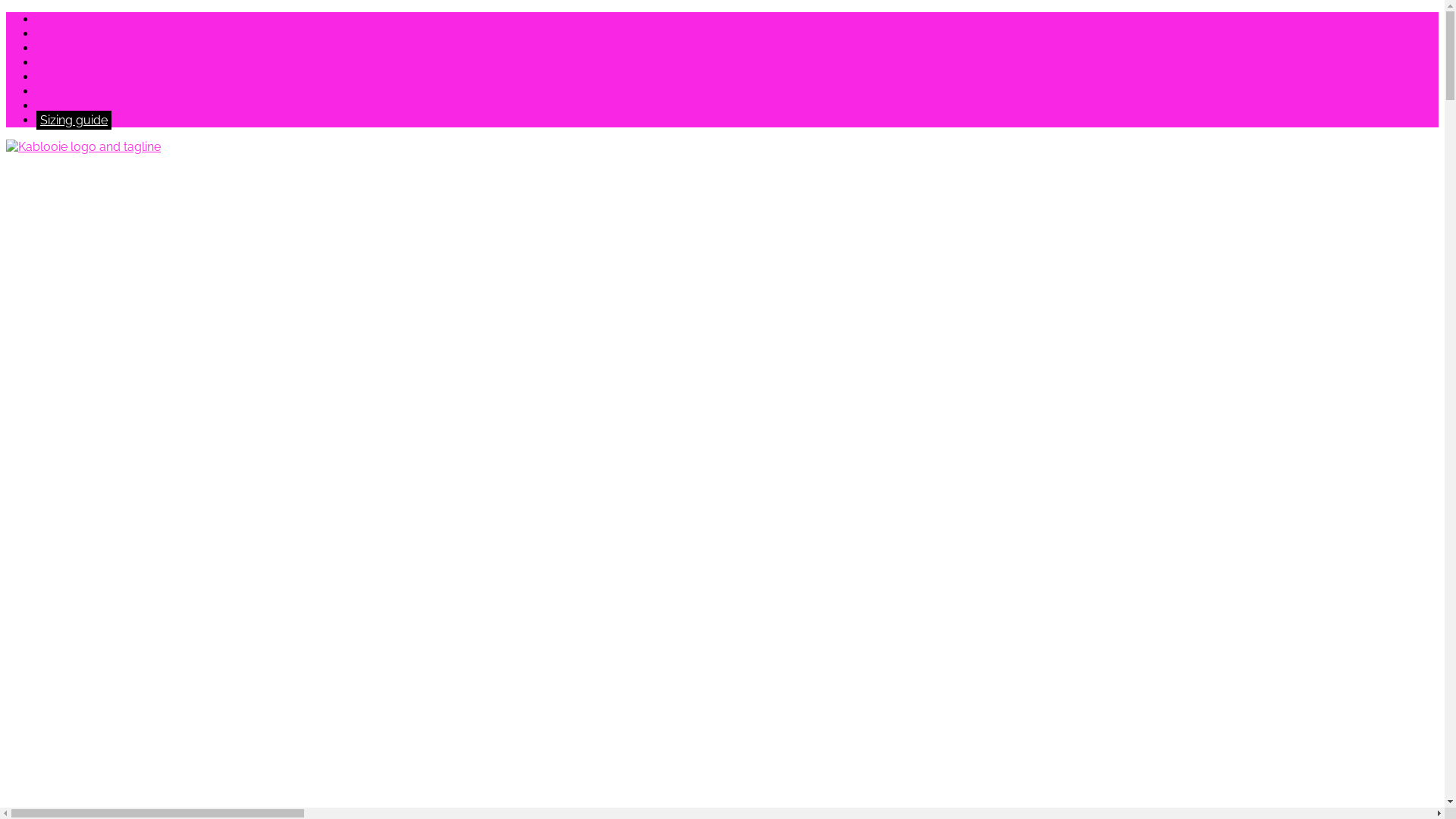 The height and width of the screenshot is (819, 1456). Describe the element at coordinates (87, 47) in the screenshot. I see `'How to Customise'` at that location.